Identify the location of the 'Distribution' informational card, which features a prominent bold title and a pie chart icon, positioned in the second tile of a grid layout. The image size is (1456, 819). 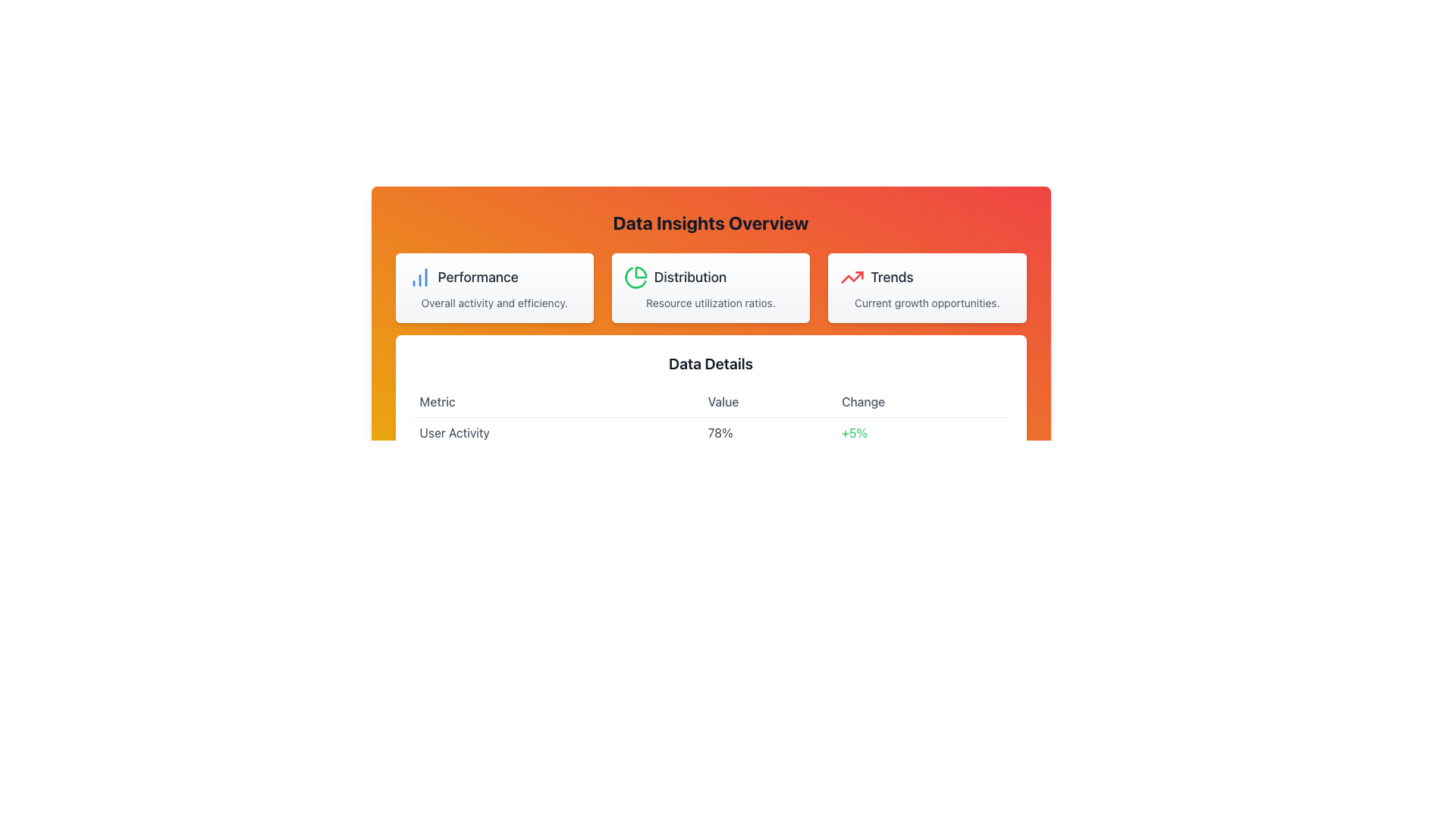
(710, 288).